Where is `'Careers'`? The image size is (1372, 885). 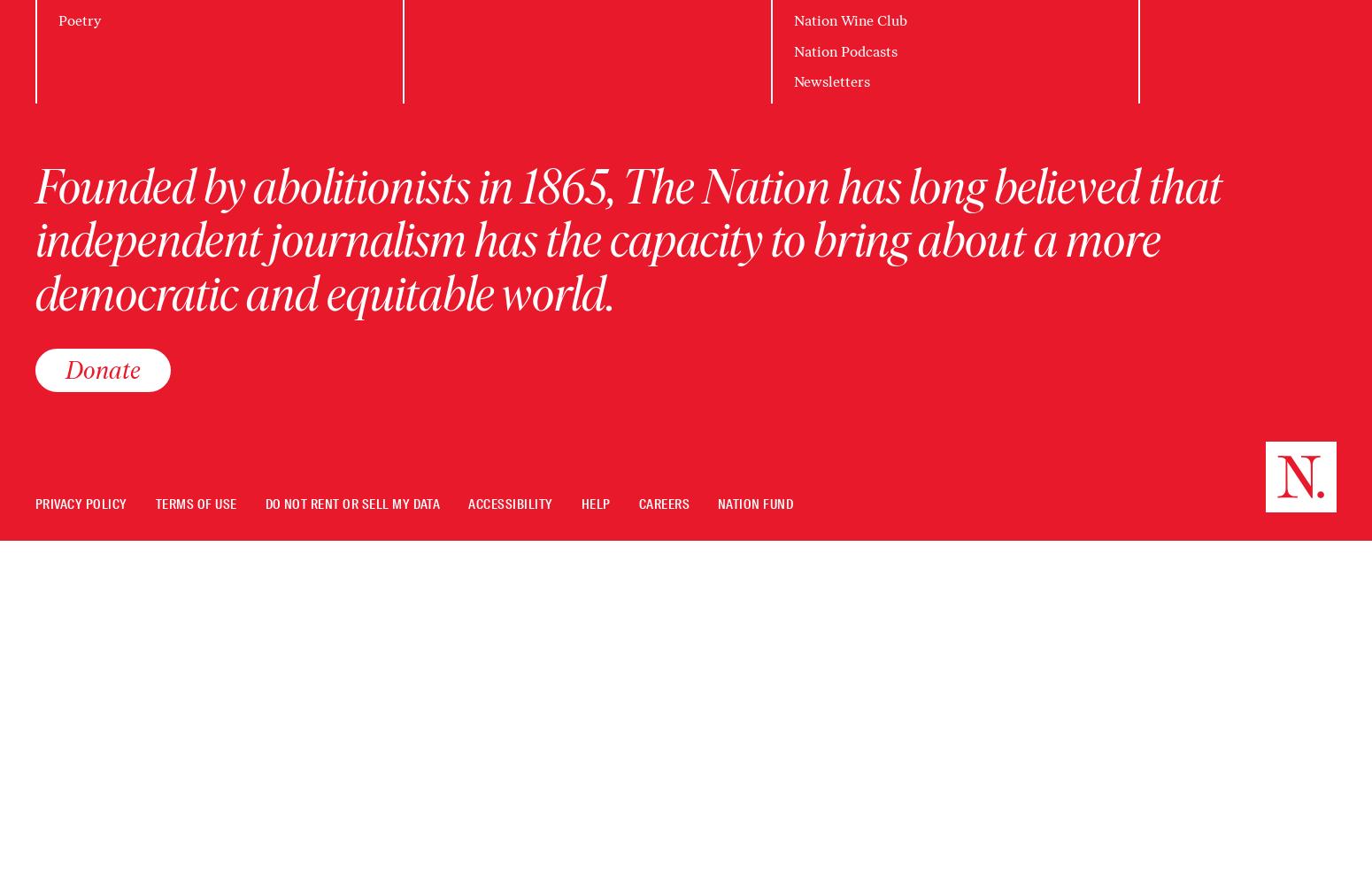 'Careers' is located at coordinates (664, 504).